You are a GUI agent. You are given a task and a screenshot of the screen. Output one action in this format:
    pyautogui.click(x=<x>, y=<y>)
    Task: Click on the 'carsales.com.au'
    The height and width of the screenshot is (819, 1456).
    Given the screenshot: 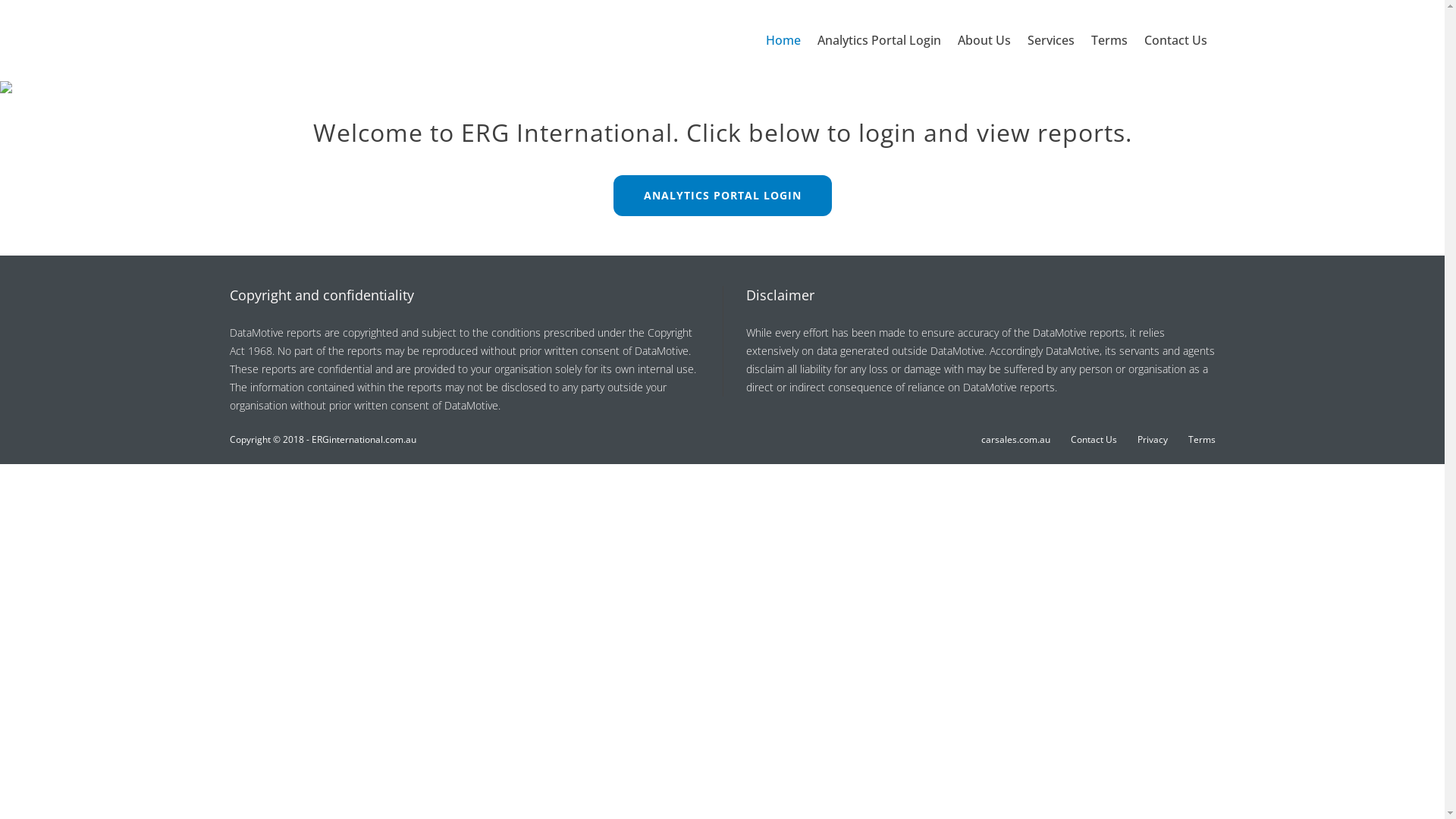 What is the action you would take?
    pyautogui.click(x=1015, y=439)
    